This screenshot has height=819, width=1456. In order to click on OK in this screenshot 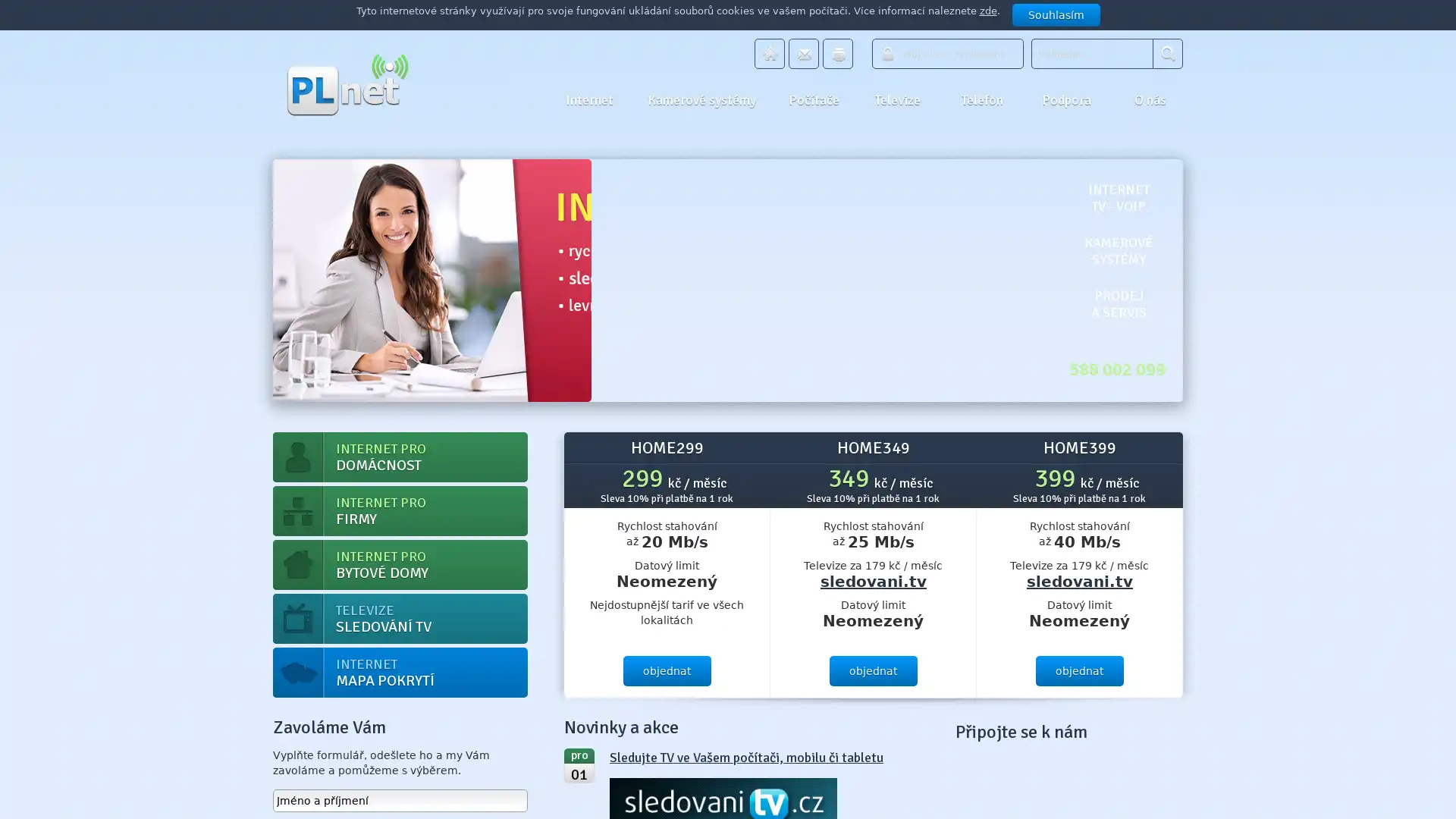, I will do `click(1167, 52)`.